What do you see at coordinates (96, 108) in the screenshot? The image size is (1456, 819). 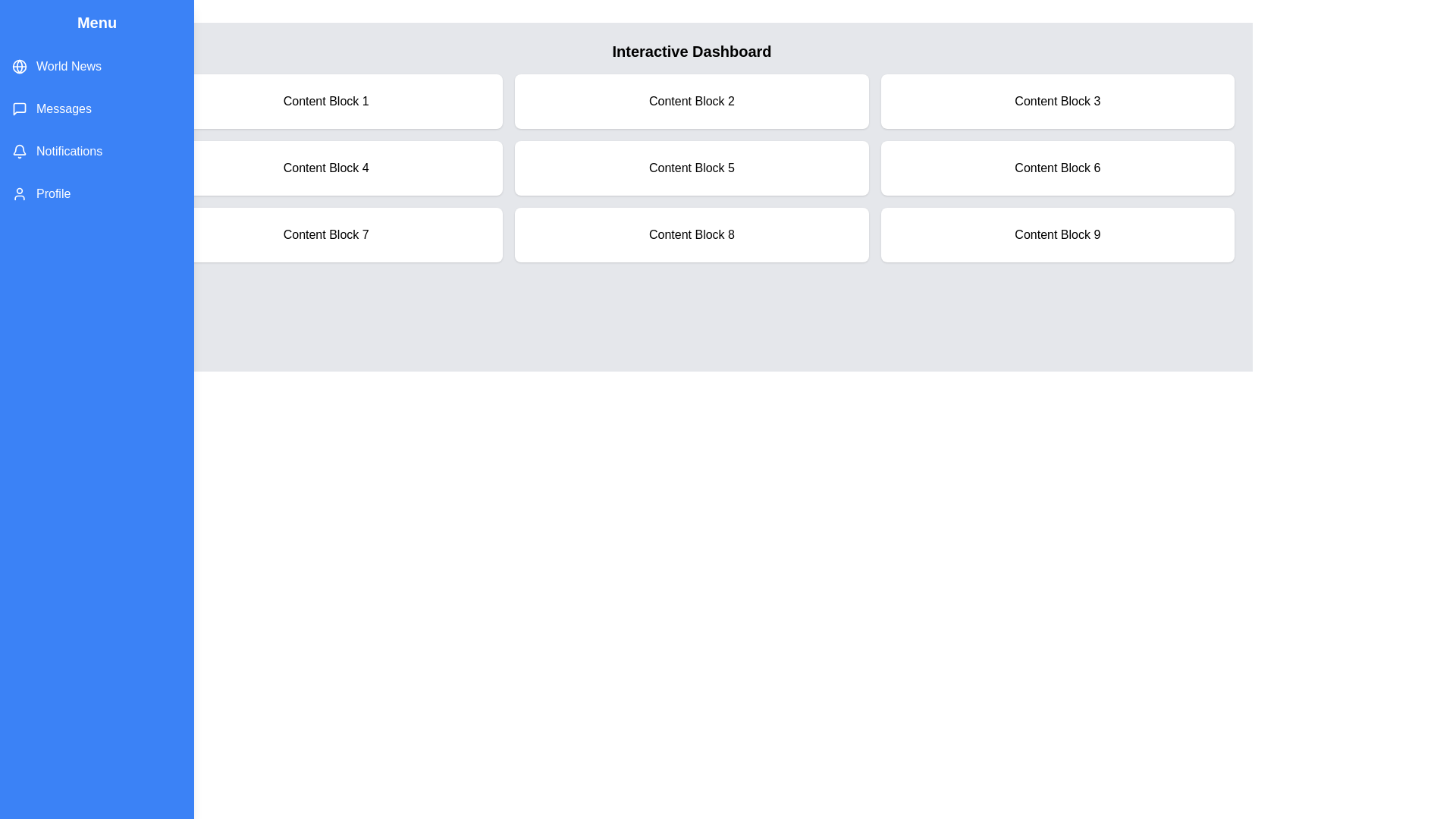 I see `the menu item Messages to highlight it` at bounding box center [96, 108].